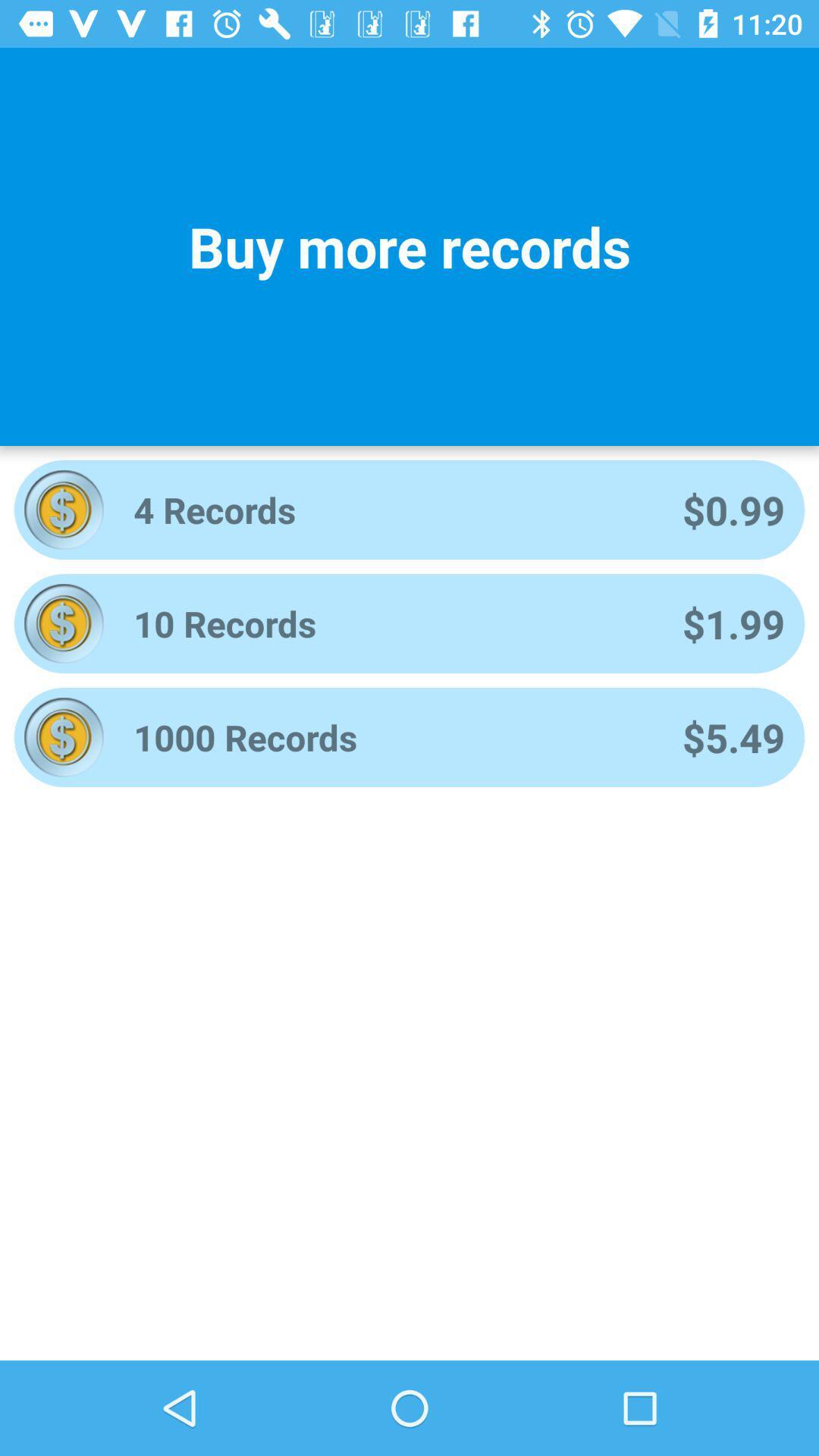  What do you see at coordinates (387, 510) in the screenshot?
I see `4 records` at bounding box center [387, 510].